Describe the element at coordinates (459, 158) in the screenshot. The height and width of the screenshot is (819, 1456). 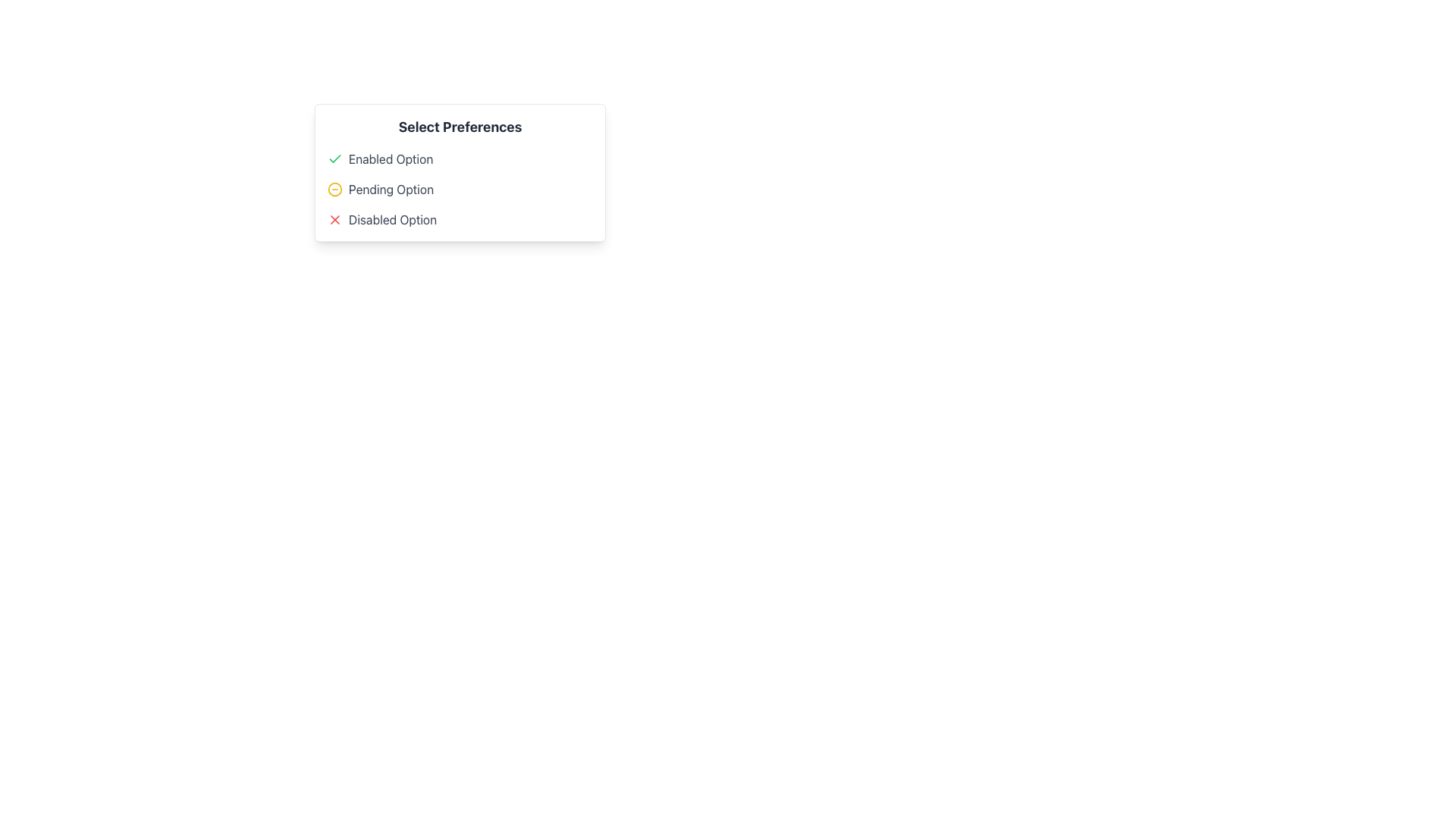
I see `the first item in the 'Select Preferences' group, which indicates the enabled status of the corresponding option` at that location.